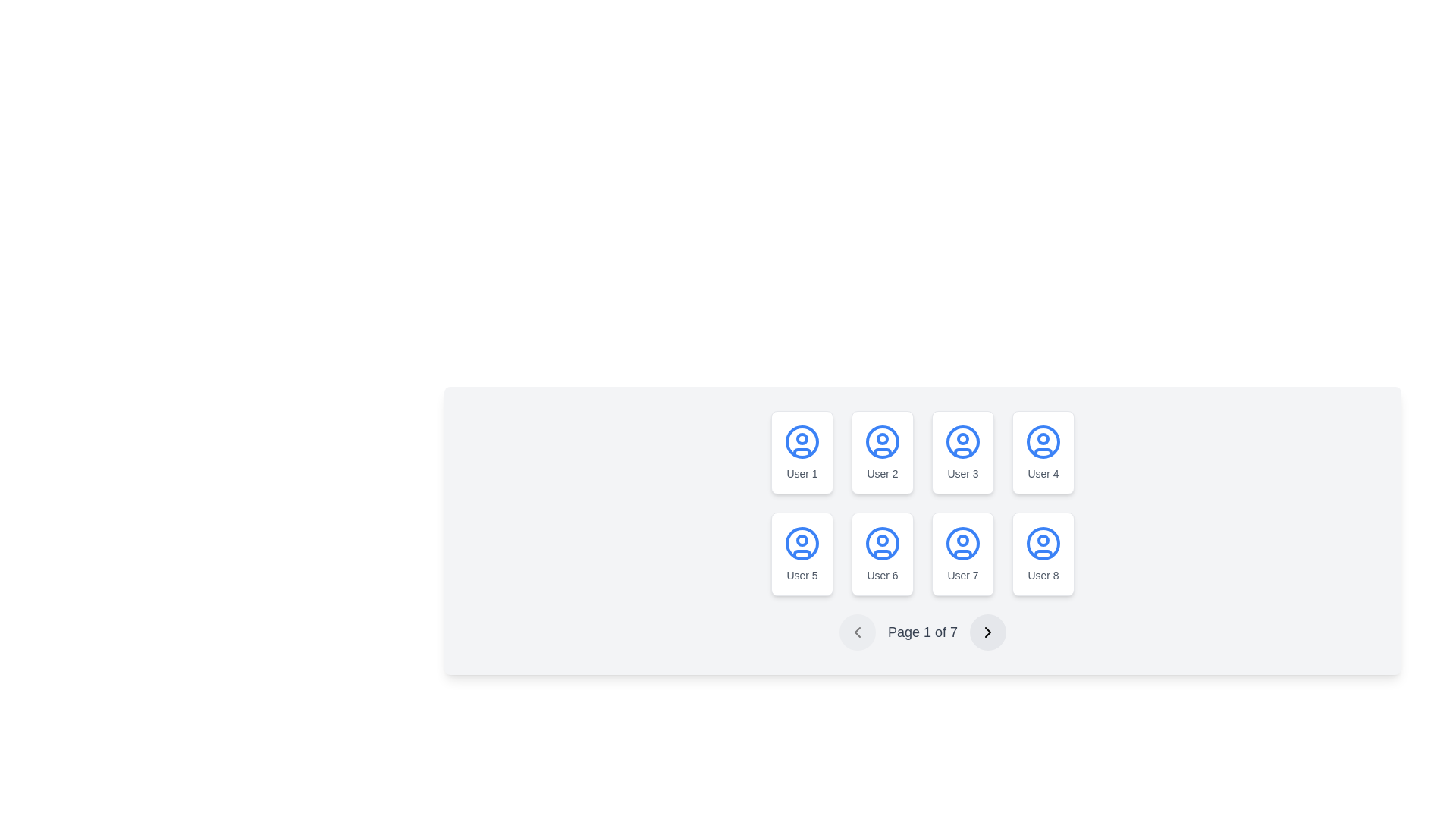 This screenshot has width=1456, height=819. Describe the element at coordinates (988, 632) in the screenshot. I see `the right-facing chevron navigation icon located within the circular button to the right of the pagination controls labeled 'Page 1 of 7'` at that location.